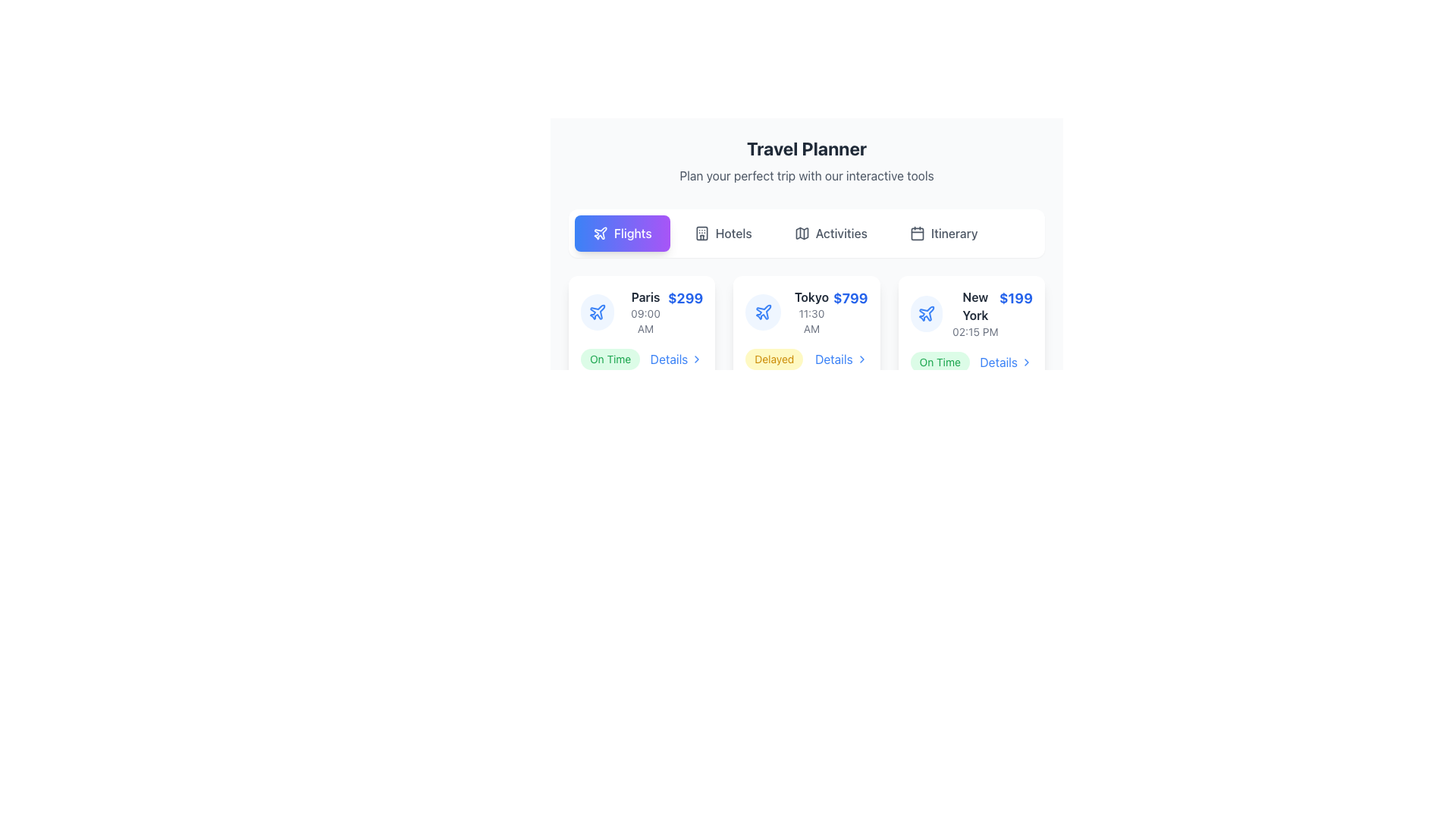 This screenshot has width=1456, height=819. What do you see at coordinates (830, 234) in the screenshot?
I see `the 'Activities' button in the navigation bar under the 'Travel Planner' header to change its background color` at bounding box center [830, 234].